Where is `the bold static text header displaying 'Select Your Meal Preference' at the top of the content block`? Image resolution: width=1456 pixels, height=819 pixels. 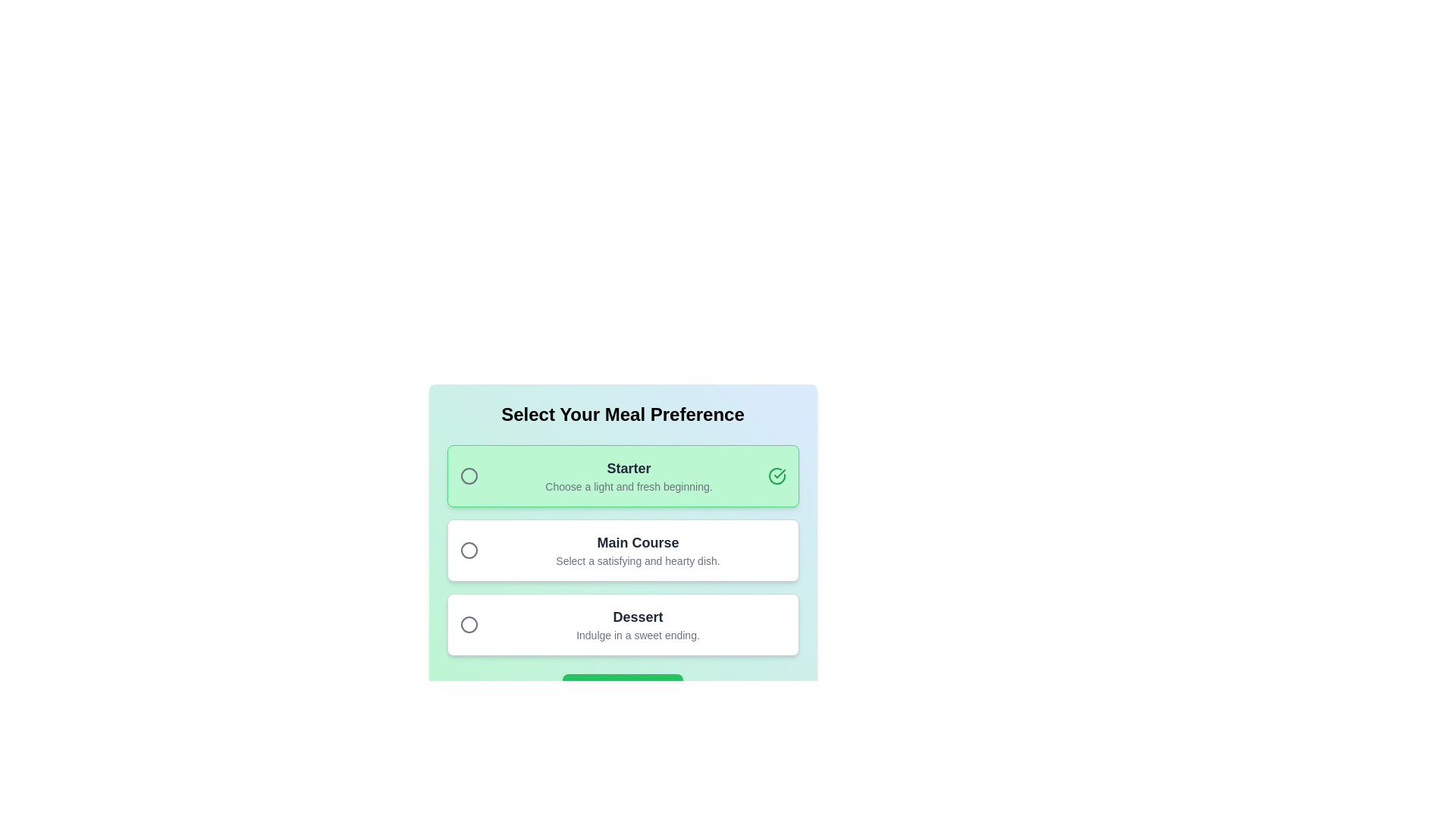
the bold static text header displaying 'Select Your Meal Preference' at the top of the content block is located at coordinates (623, 415).